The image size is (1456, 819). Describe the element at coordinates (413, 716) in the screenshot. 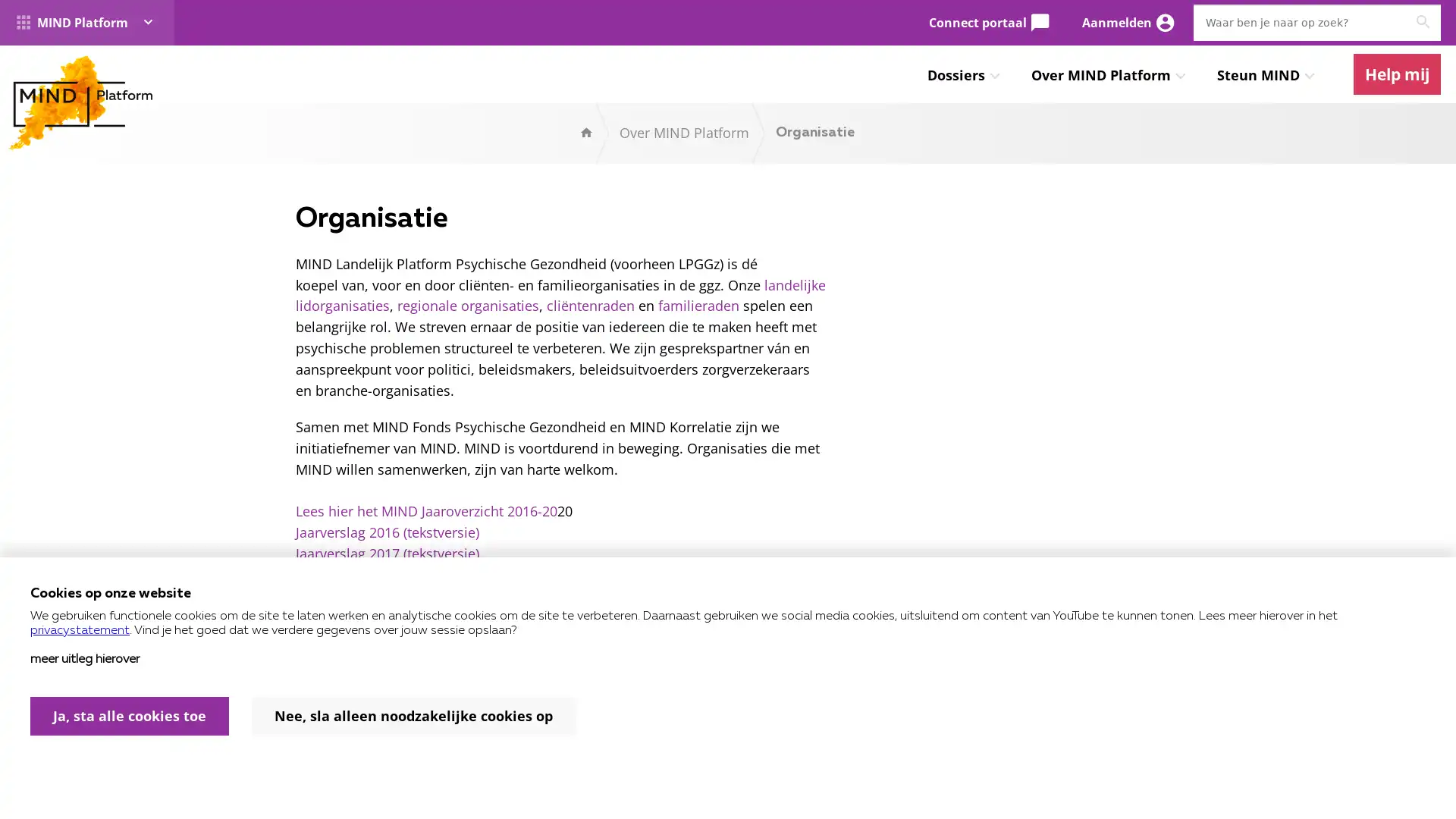

I see `Nee, sla alleen noodzakelijke cookies op` at that location.